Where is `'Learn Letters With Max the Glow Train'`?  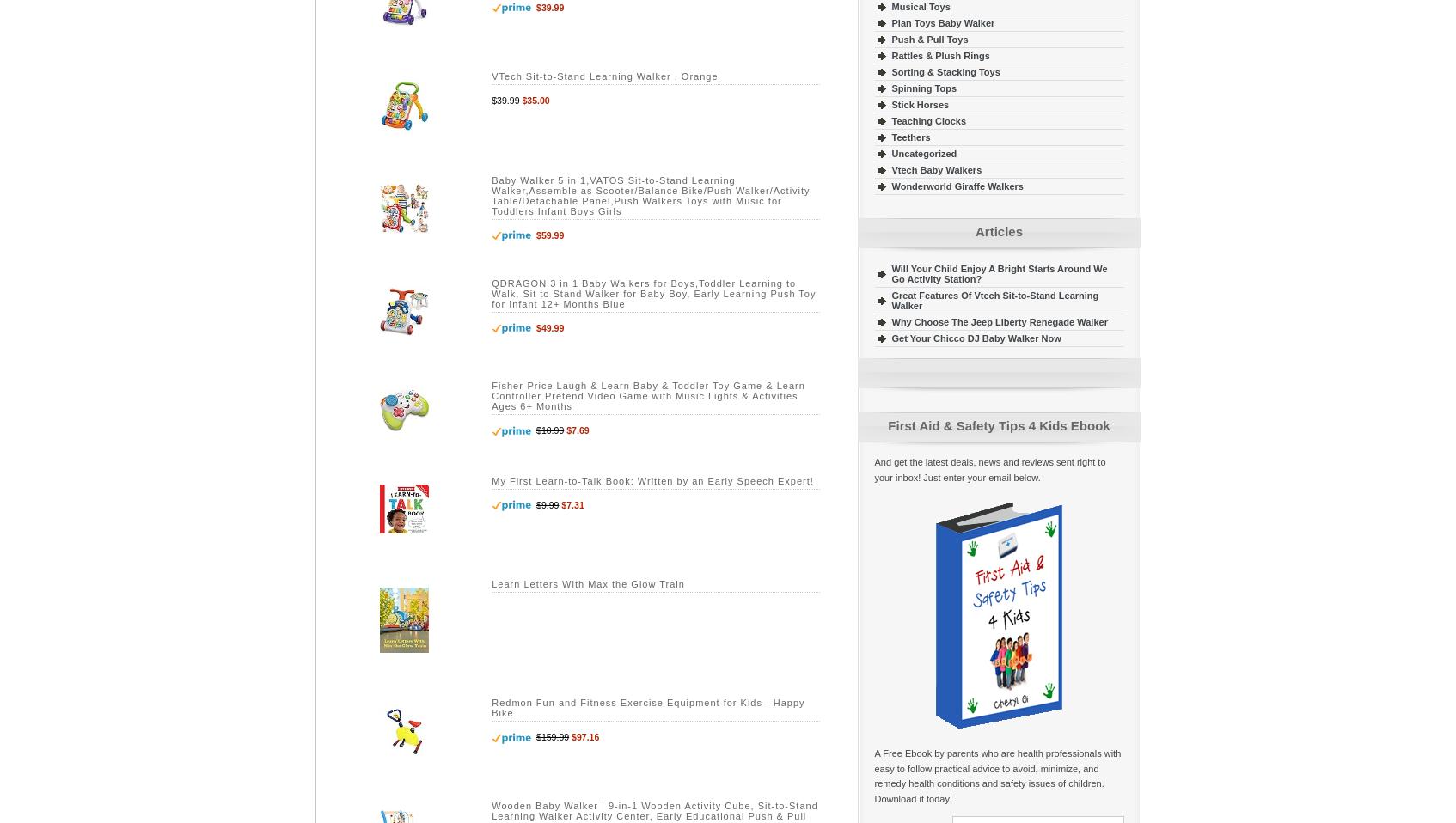
'Learn Letters With Max the Glow Train' is located at coordinates (492, 582).